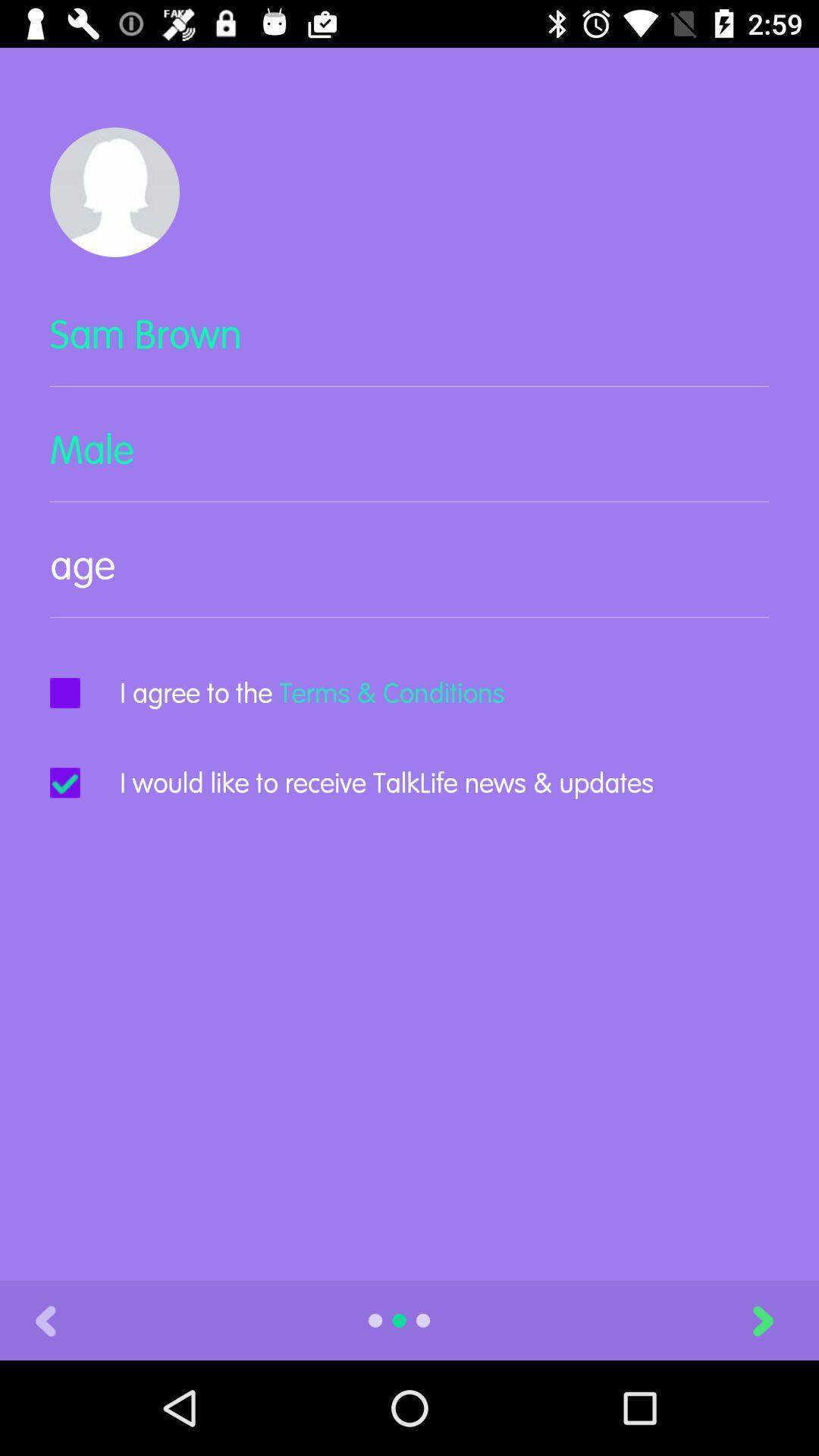 The height and width of the screenshot is (1456, 819). What do you see at coordinates (409, 577) in the screenshot?
I see `what 's your age` at bounding box center [409, 577].